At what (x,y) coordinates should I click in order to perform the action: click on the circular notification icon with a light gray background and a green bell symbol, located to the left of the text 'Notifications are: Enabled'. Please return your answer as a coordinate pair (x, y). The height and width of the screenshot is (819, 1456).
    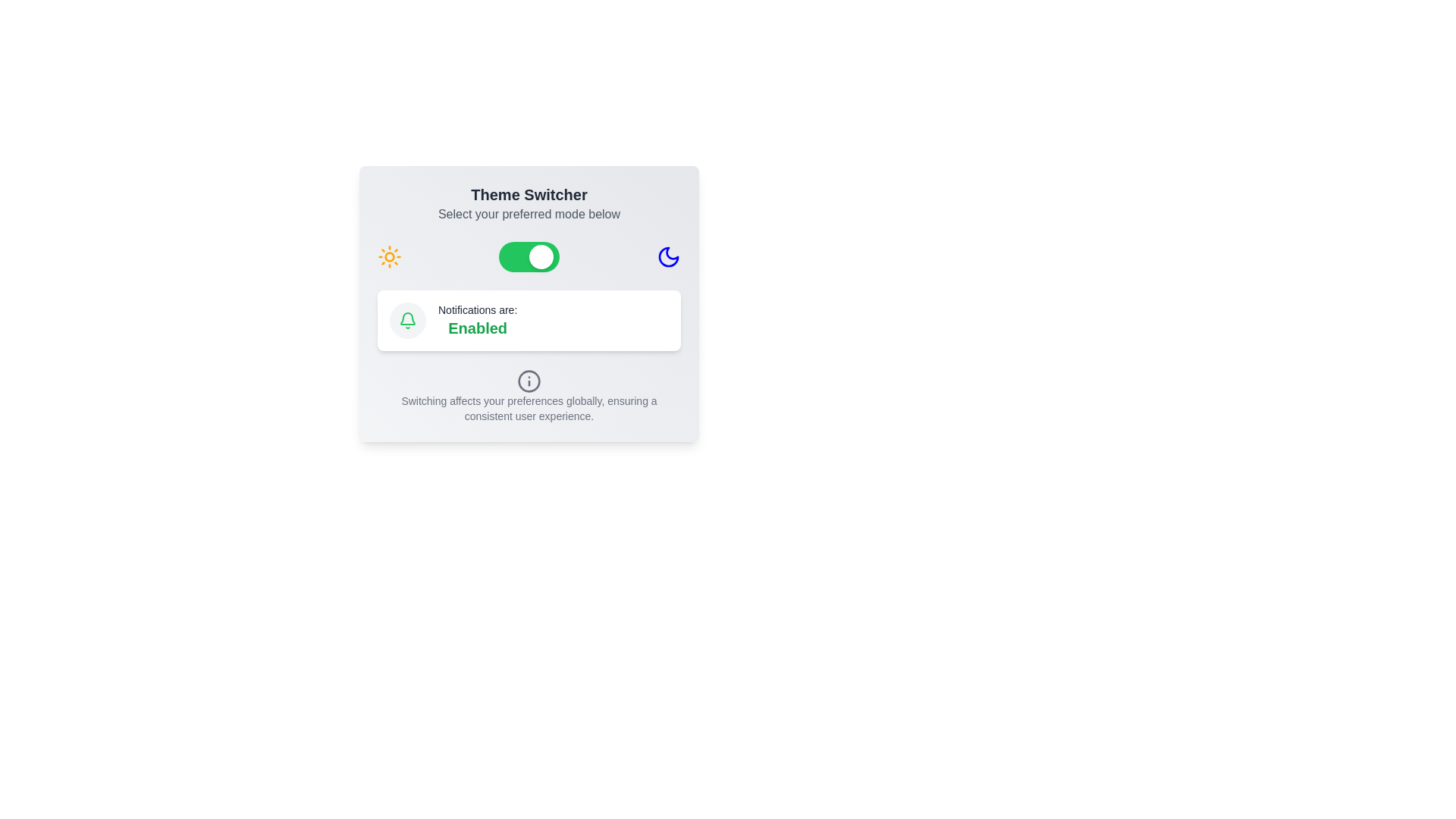
    Looking at the image, I should click on (407, 320).